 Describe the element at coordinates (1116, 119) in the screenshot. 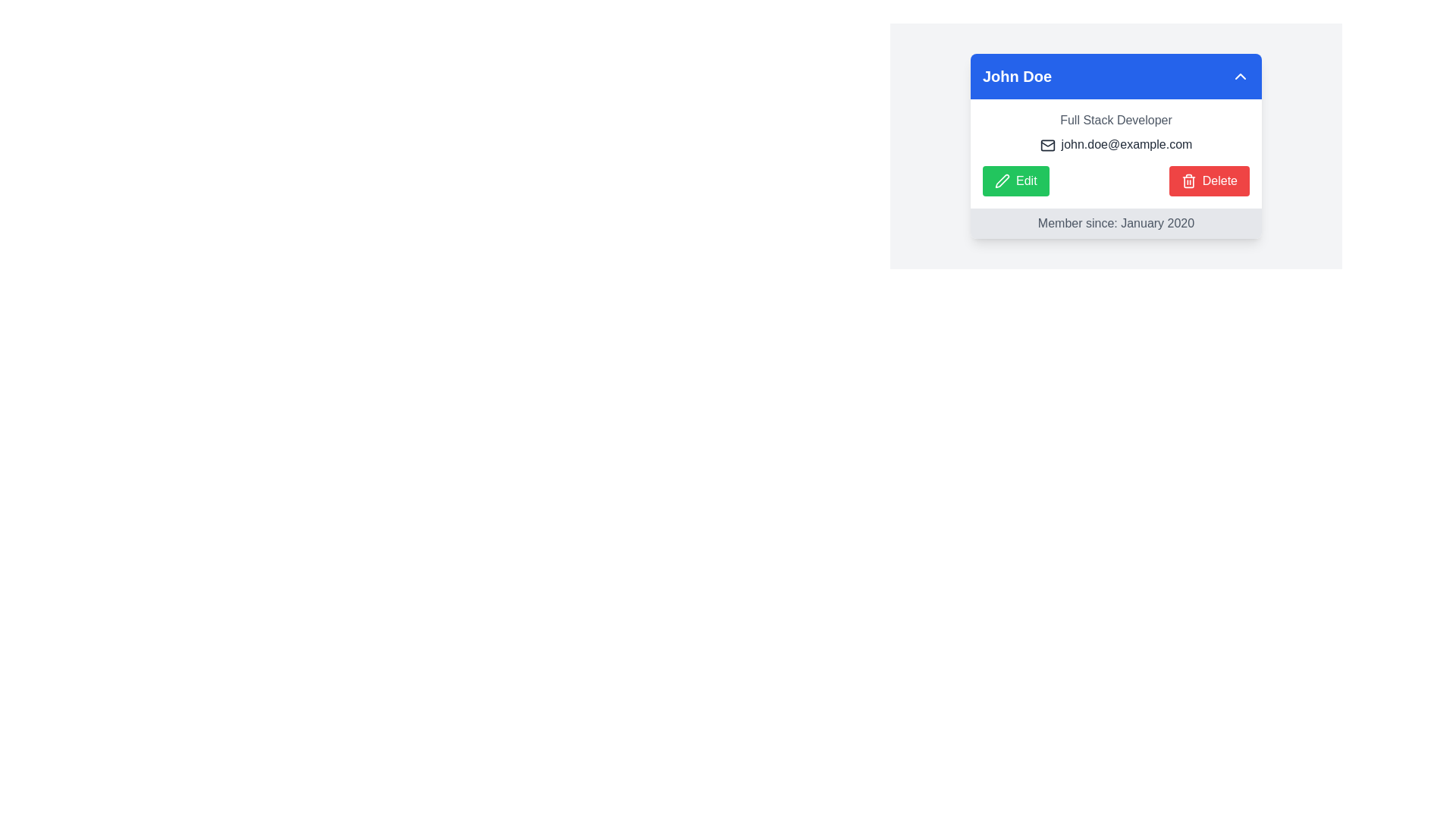

I see `the text label displaying 'Full Stack Developer' located beneath the user name header 'John Doe' in the profile card` at that location.